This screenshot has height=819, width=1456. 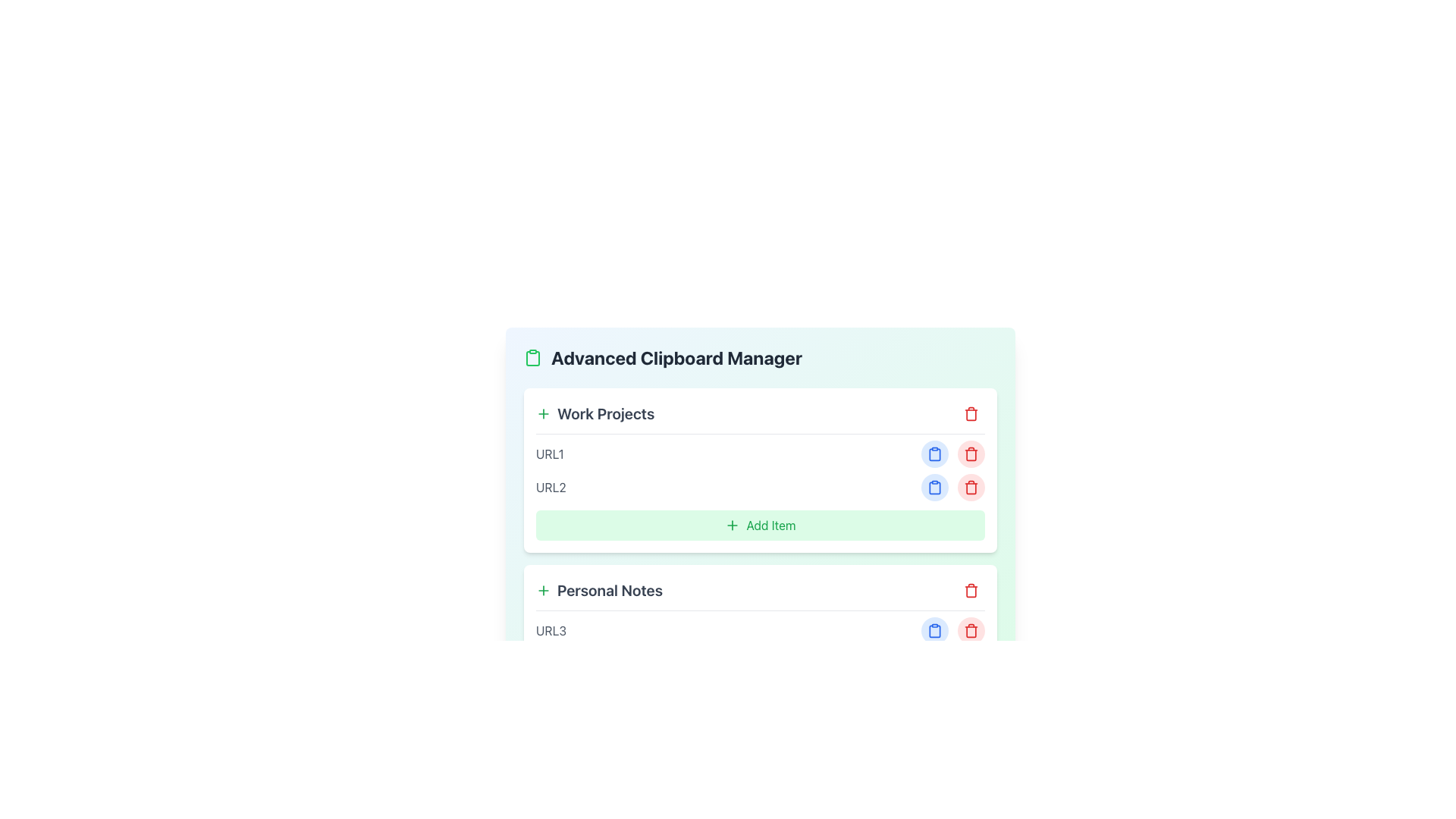 I want to click on the buttons on the gradient background panel containing 'Work Projects' and 'Personal Notes', which has rounded corners and shadow effect, so click(x=761, y=526).